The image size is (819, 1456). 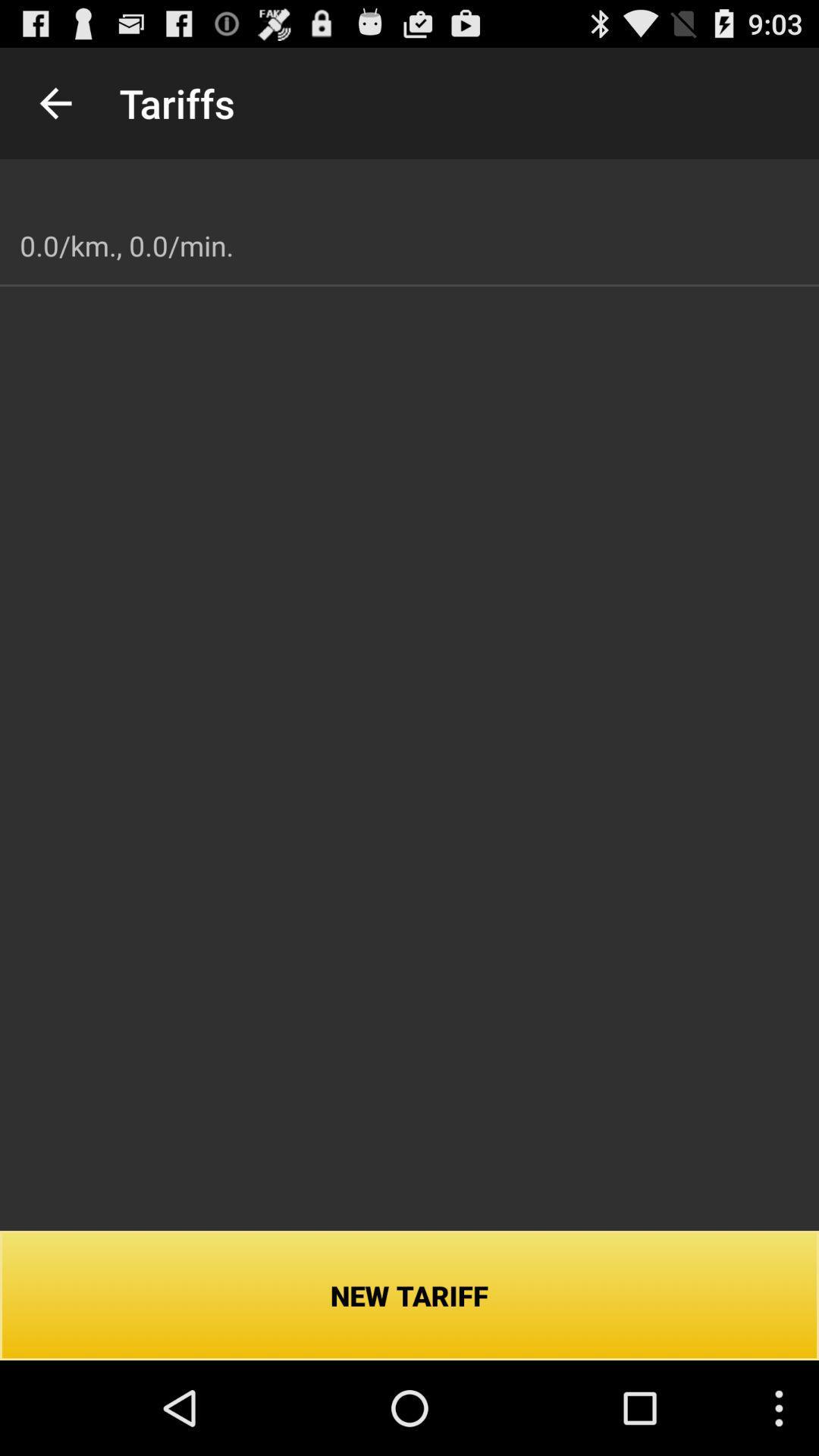 What do you see at coordinates (55, 102) in the screenshot?
I see `the icon to the left of tariffs app` at bounding box center [55, 102].